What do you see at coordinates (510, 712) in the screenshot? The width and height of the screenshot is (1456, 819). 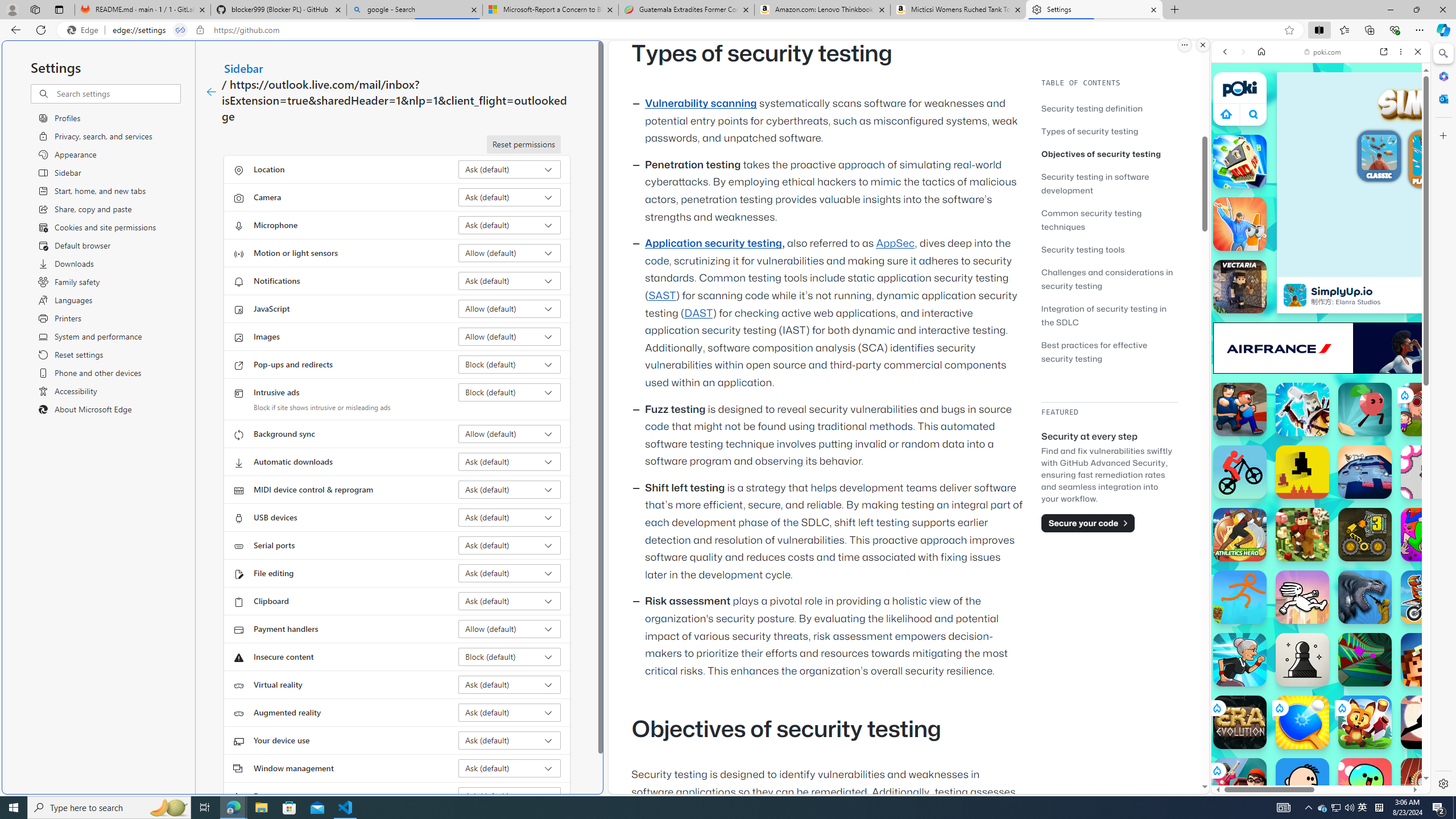 I see `'Augmented reality Ask (default)'` at bounding box center [510, 712].